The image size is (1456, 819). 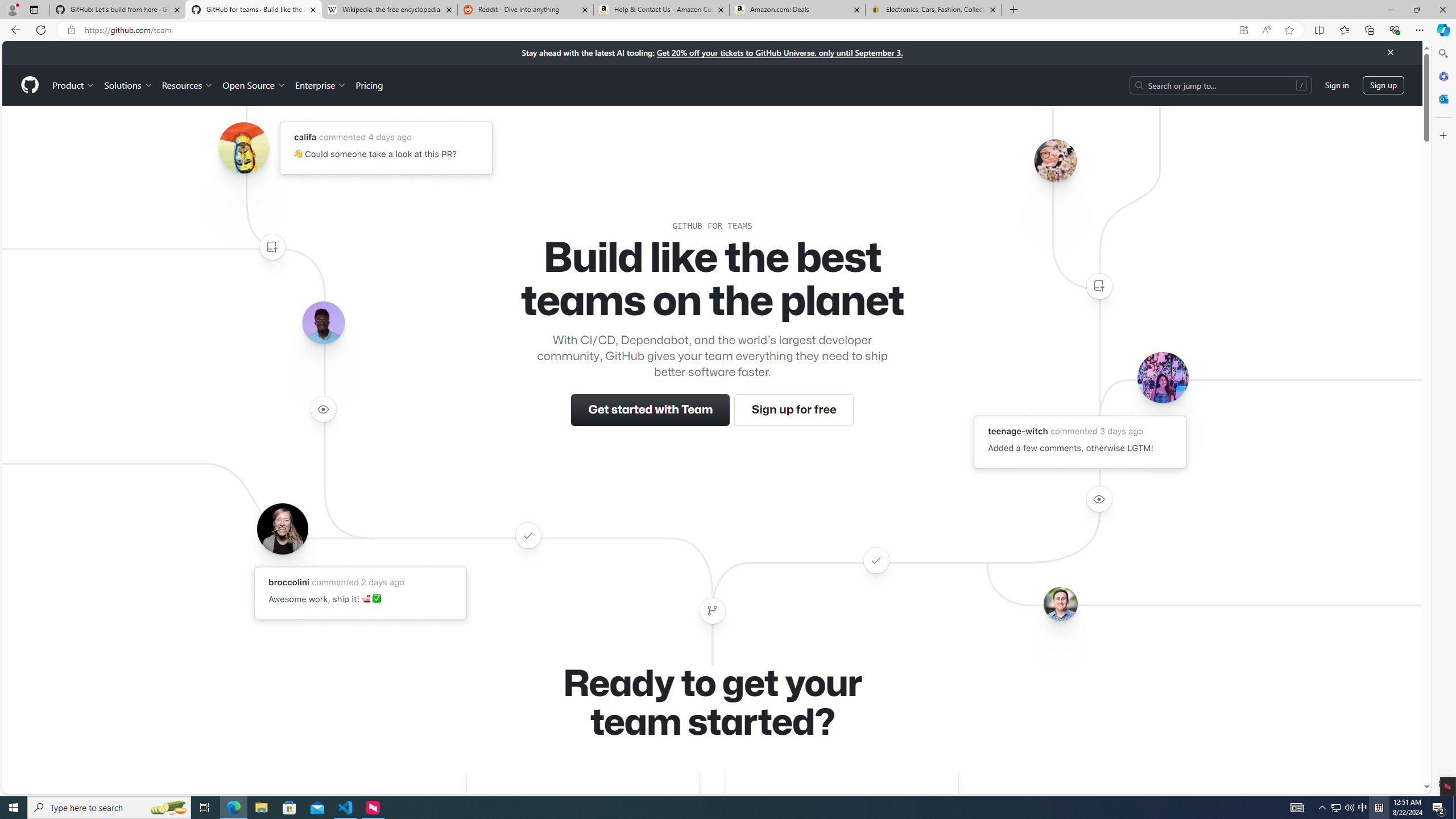 What do you see at coordinates (255, 85) in the screenshot?
I see `'Open Source'` at bounding box center [255, 85].